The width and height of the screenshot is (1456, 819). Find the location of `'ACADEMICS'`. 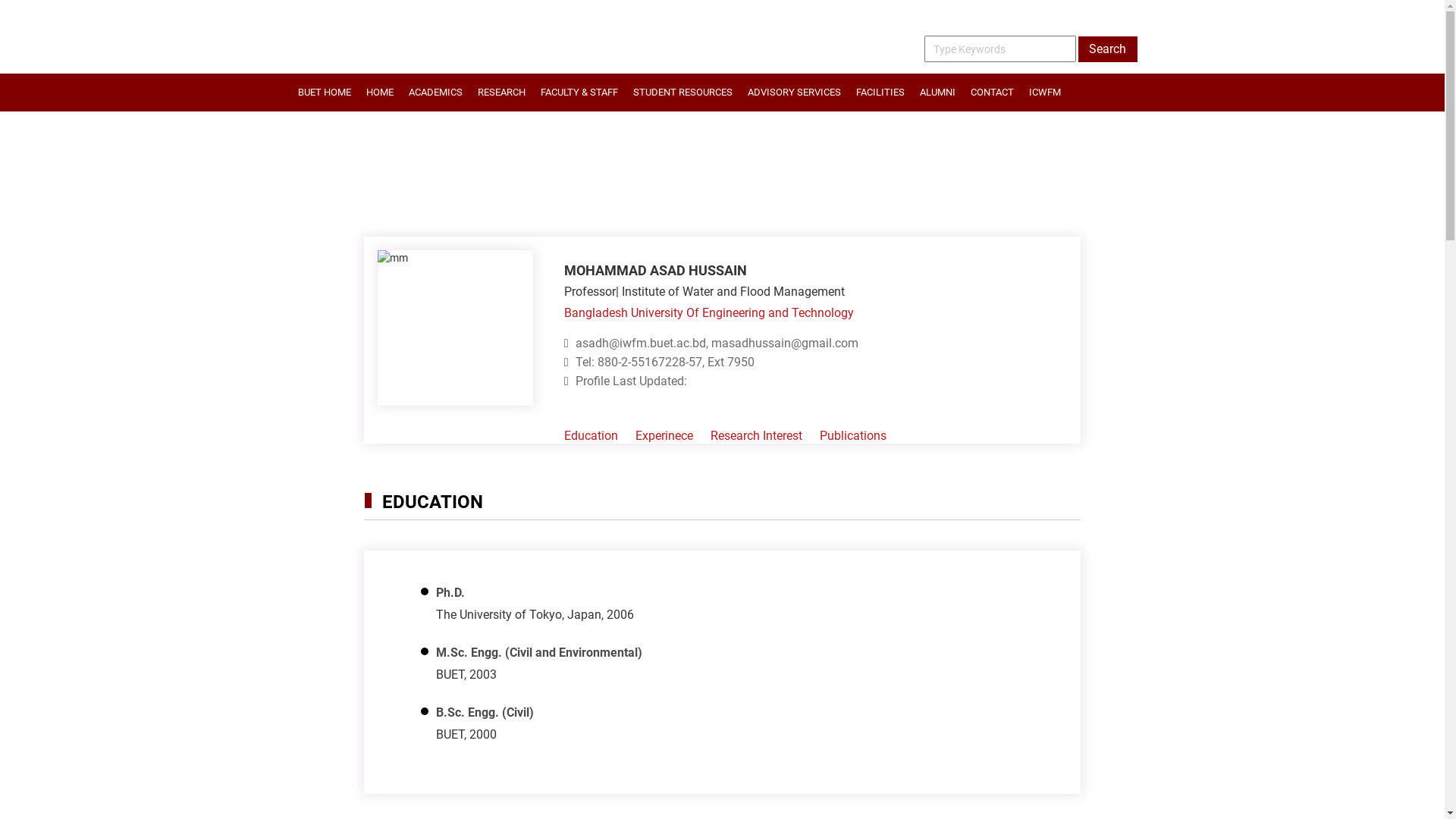

'ACADEMICS' is located at coordinates (434, 93).